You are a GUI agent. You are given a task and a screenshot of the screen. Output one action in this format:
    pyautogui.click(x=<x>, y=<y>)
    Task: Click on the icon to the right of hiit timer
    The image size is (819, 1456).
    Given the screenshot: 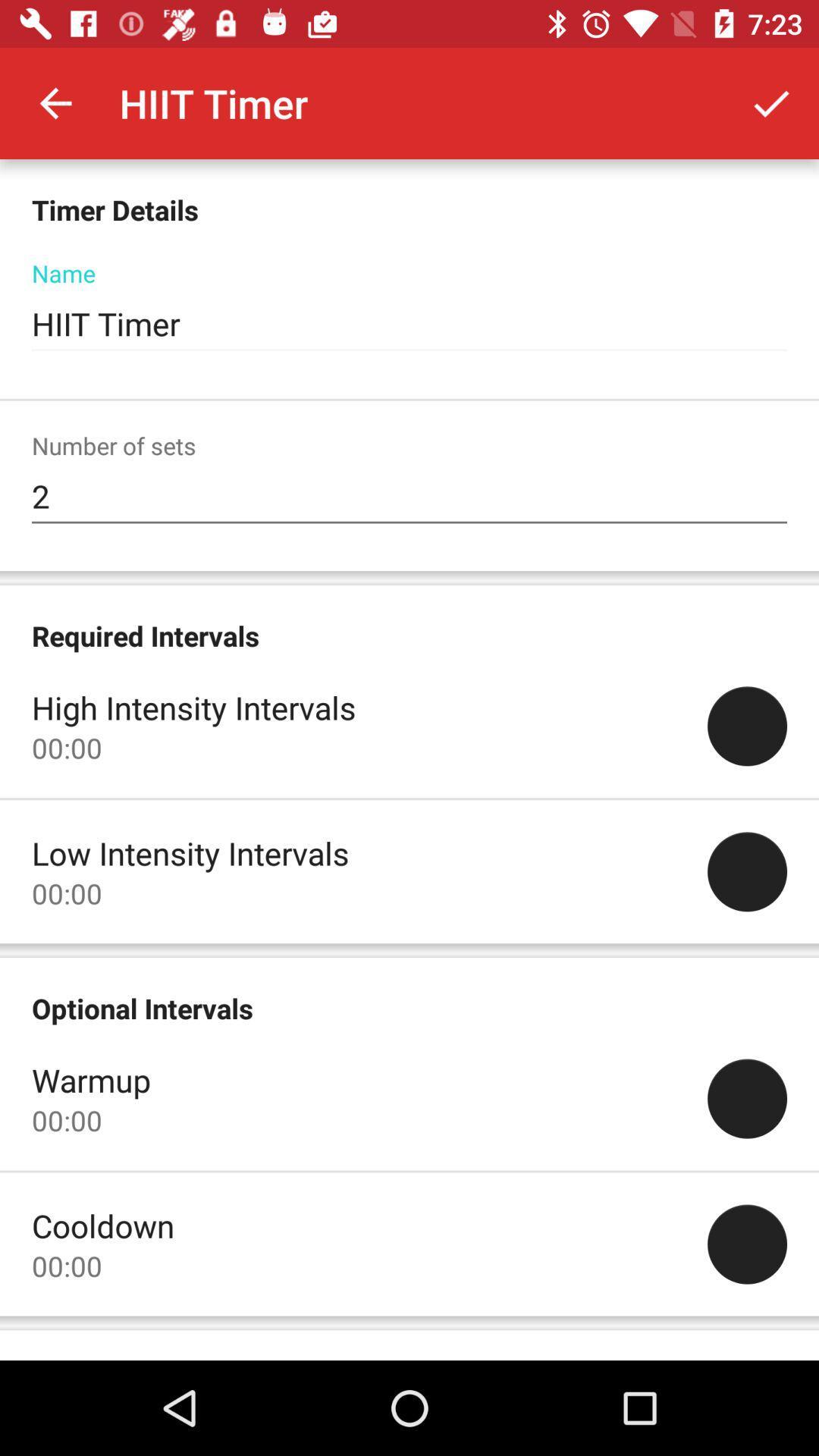 What is the action you would take?
    pyautogui.click(x=771, y=102)
    